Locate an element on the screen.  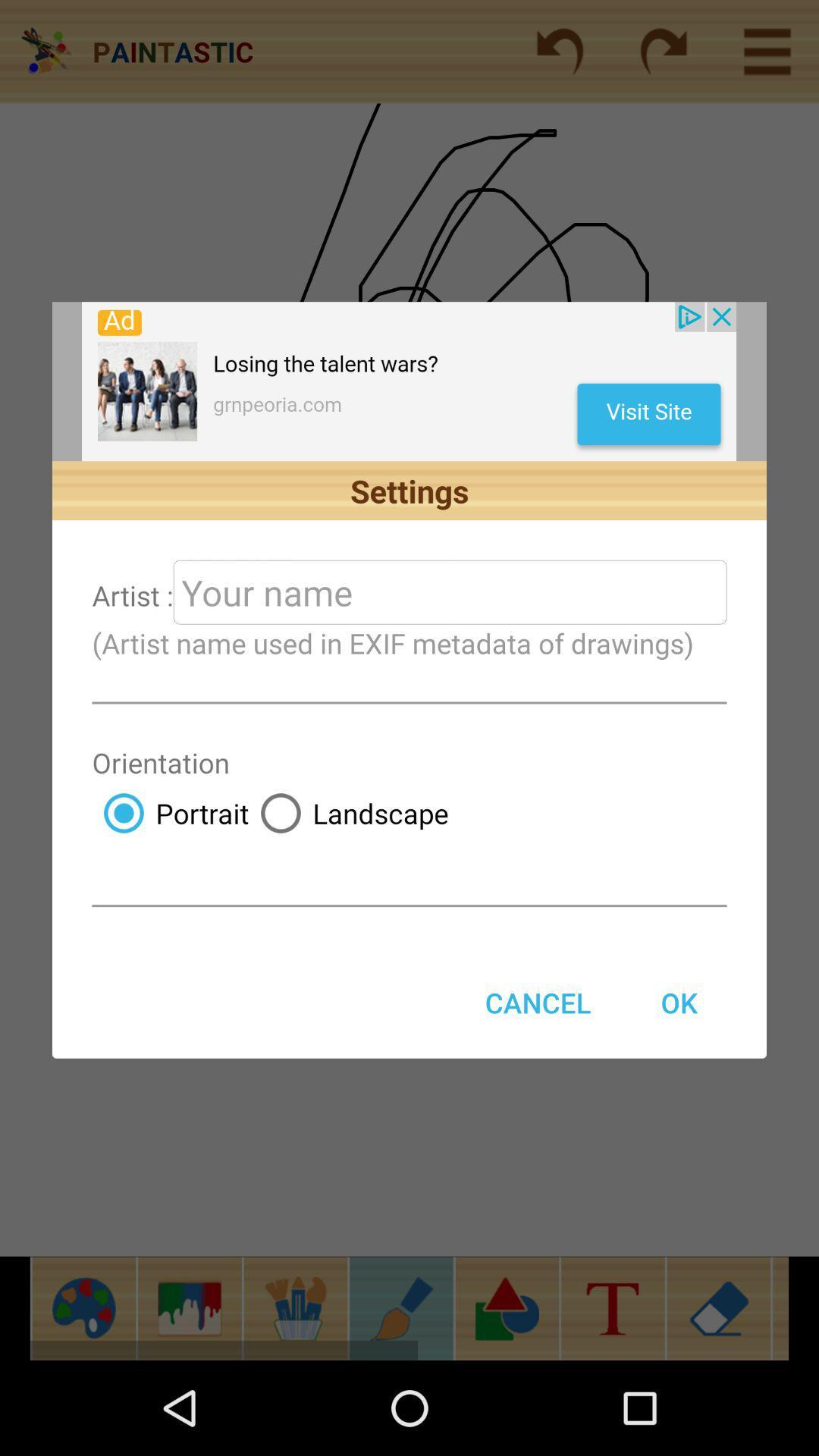
launch advertisement is located at coordinates (408, 381).